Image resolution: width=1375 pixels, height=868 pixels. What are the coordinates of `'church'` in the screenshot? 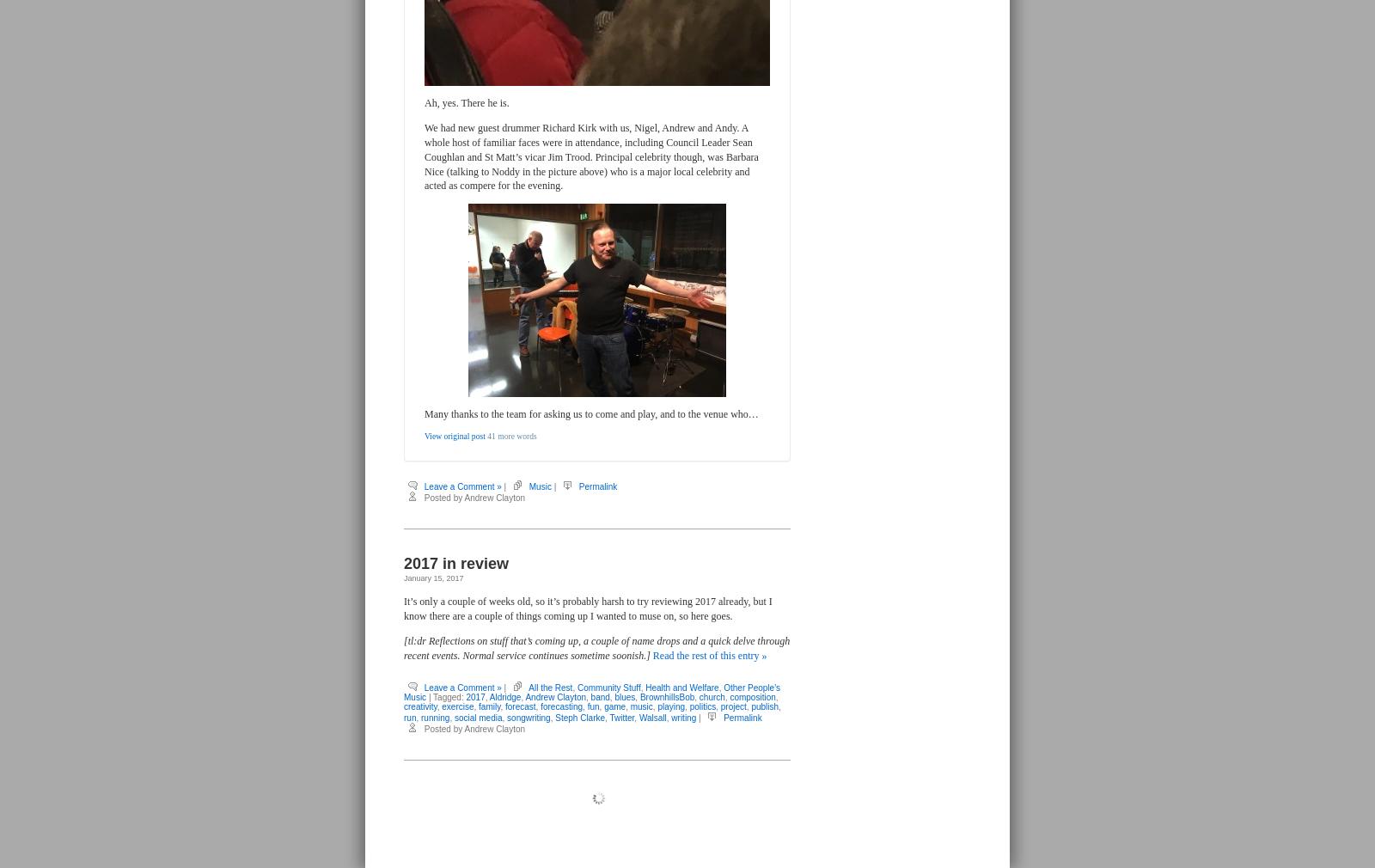 It's located at (710, 697).